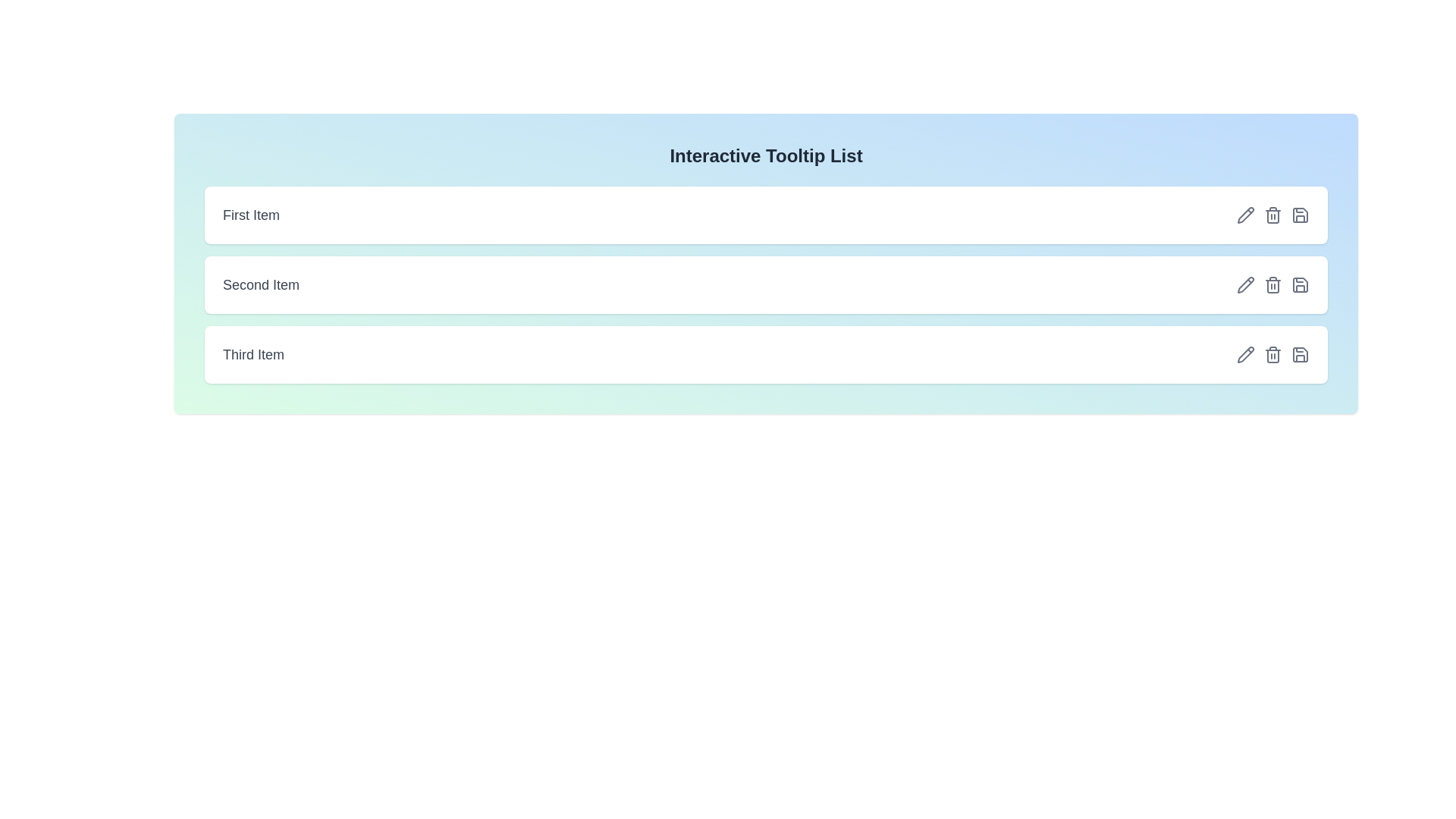 The height and width of the screenshot is (819, 1456). Describe the element at coordinates (253, 354) in the screenshot. I see `the text element displaying 'Third Item' which is styled as a list item and is the third item in a vertical list` at that location.